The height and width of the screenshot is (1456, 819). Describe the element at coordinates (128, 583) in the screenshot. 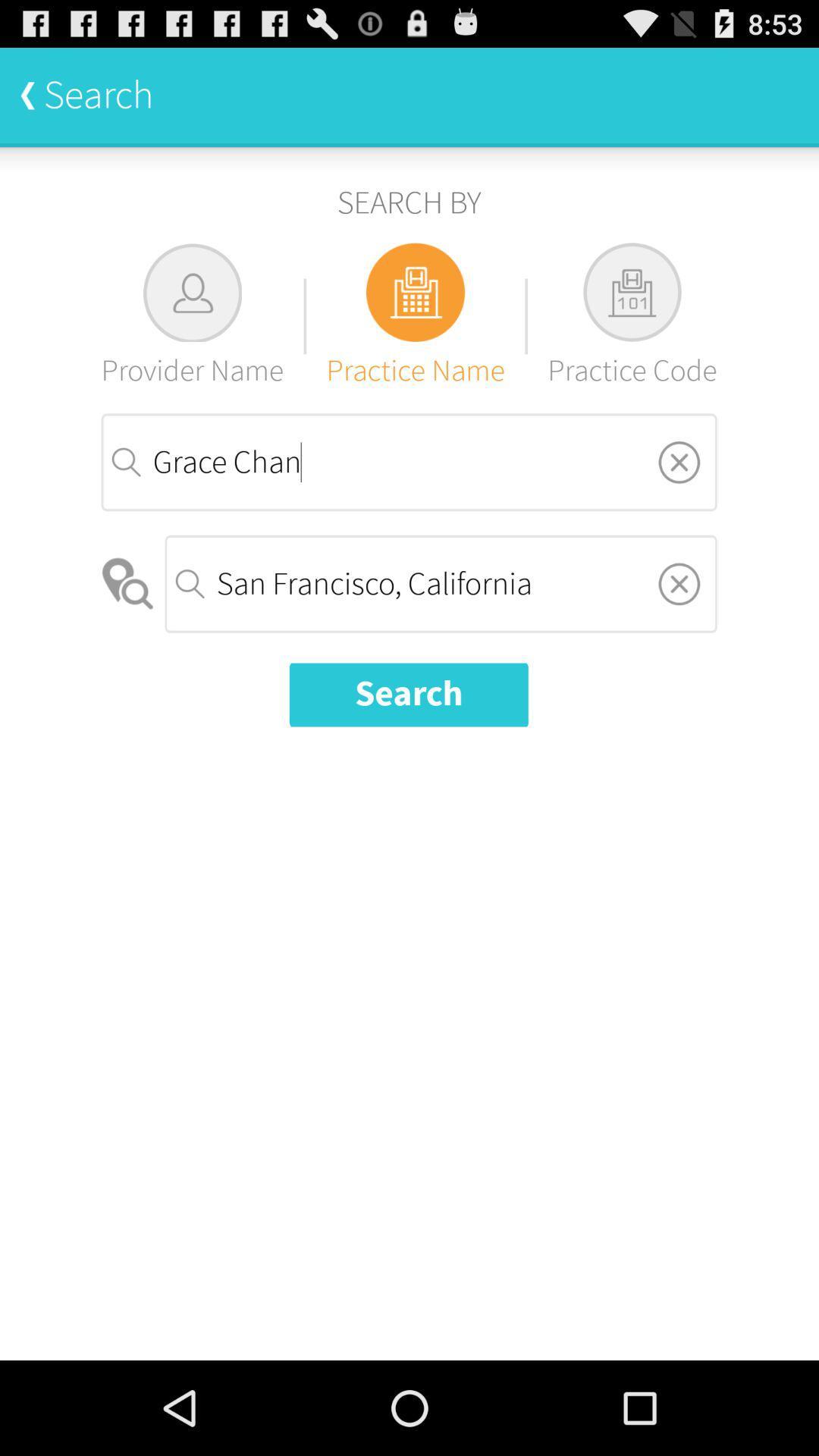

I see `the item to the left of the san francisco, california icon` at that location.